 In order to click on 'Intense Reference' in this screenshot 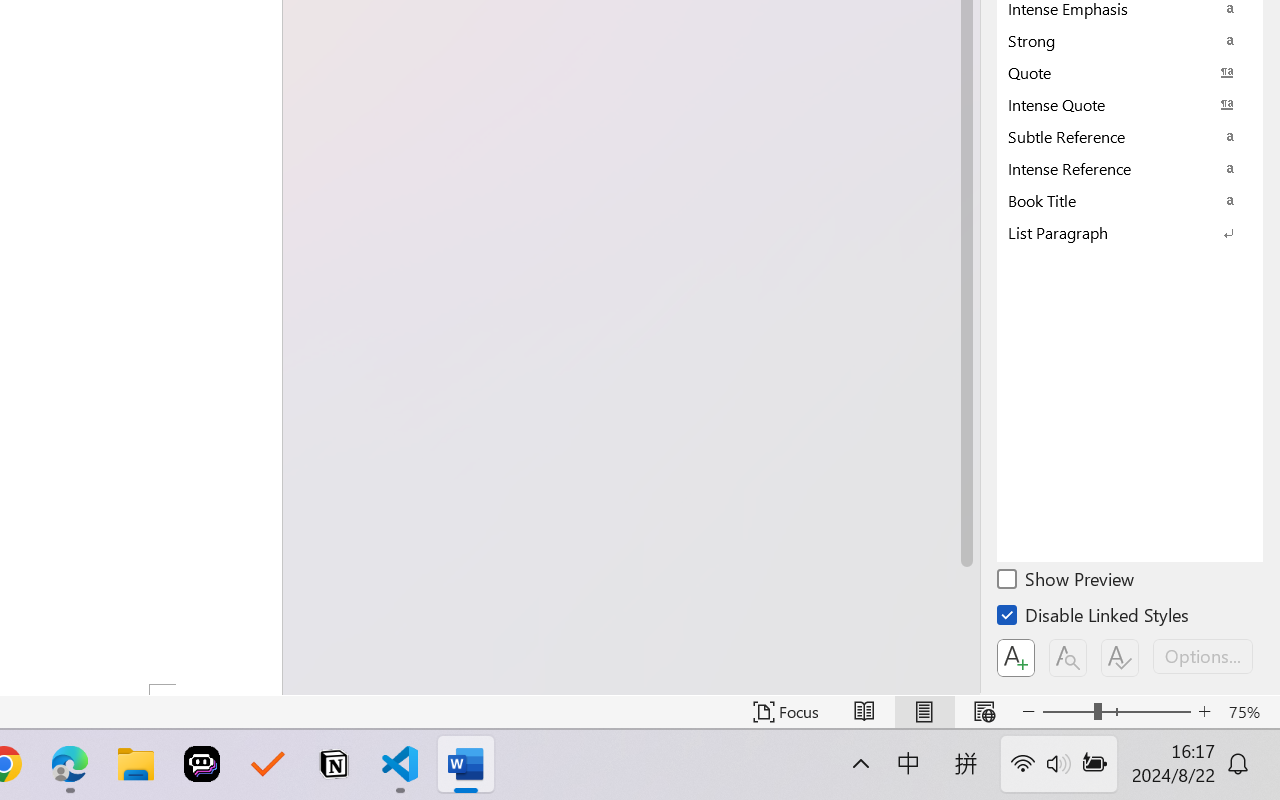, I will do `click(1130, 167)`.